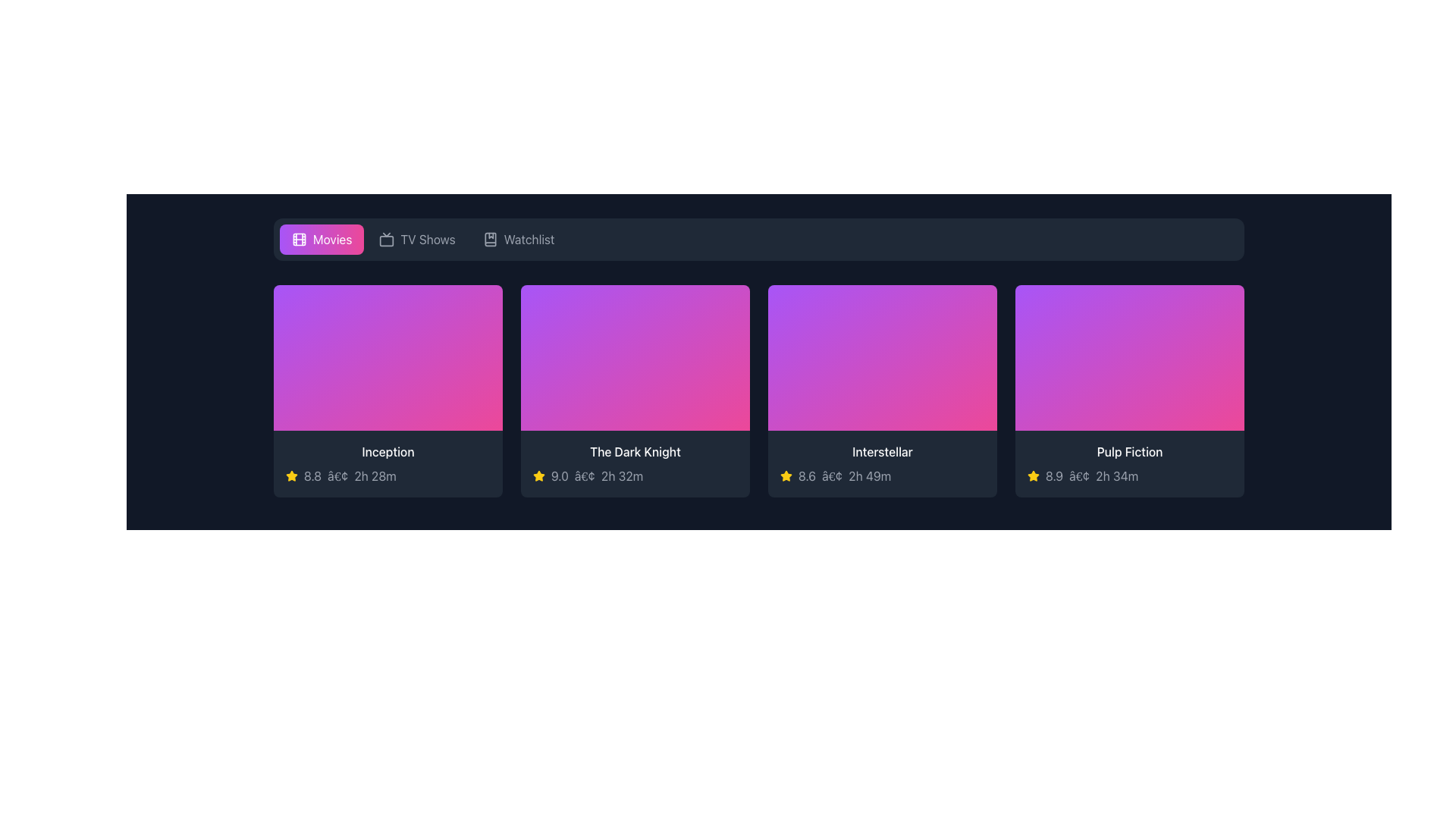 This screenshot has width=1456, height=819. Describe the element at coordinates (490, 239) in the screenshot. I see `the 'Watchlist' icon located in the top navigation bar, preceding the 'Watchlist' label` at that location.